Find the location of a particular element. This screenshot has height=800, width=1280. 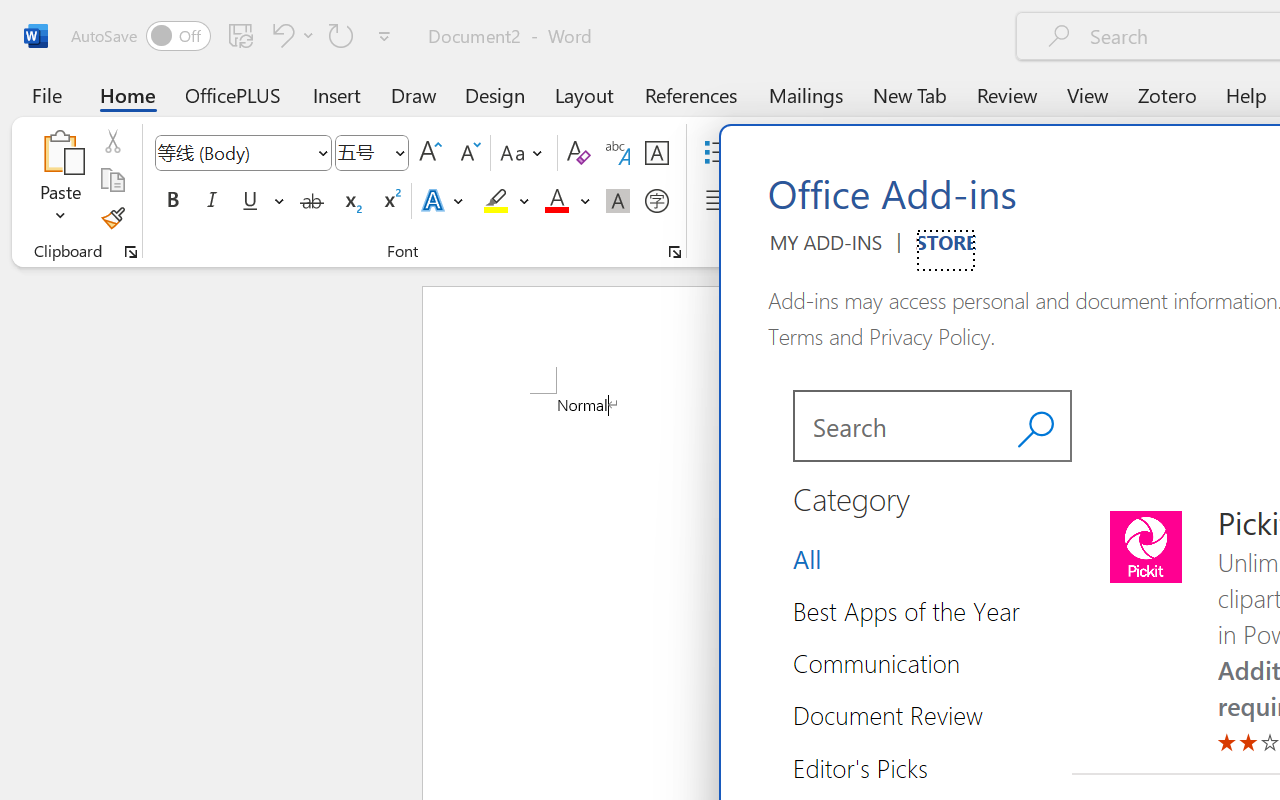

'Copy' is located at coordinates (111, 179).